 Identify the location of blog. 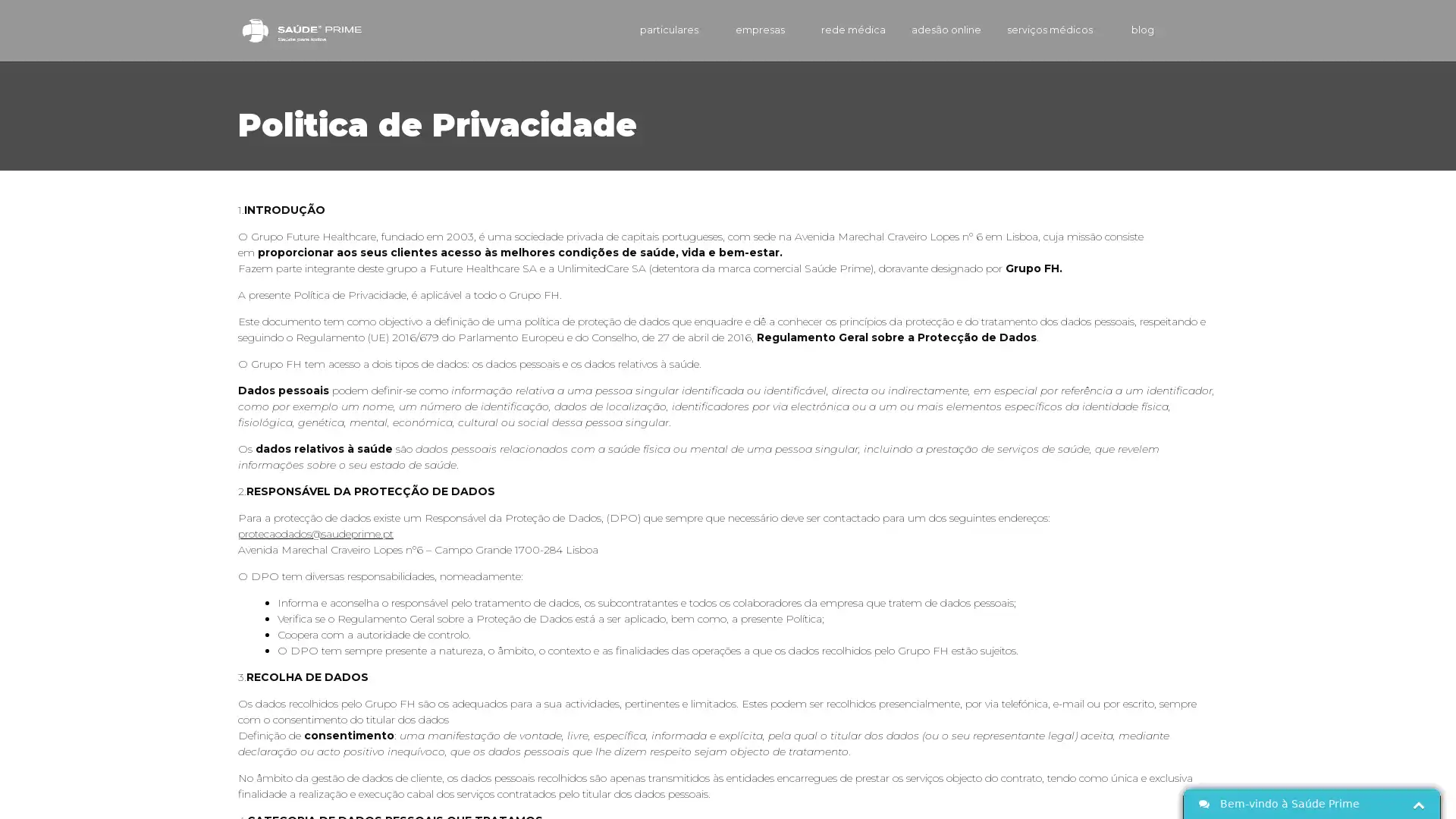
(1129, 30).